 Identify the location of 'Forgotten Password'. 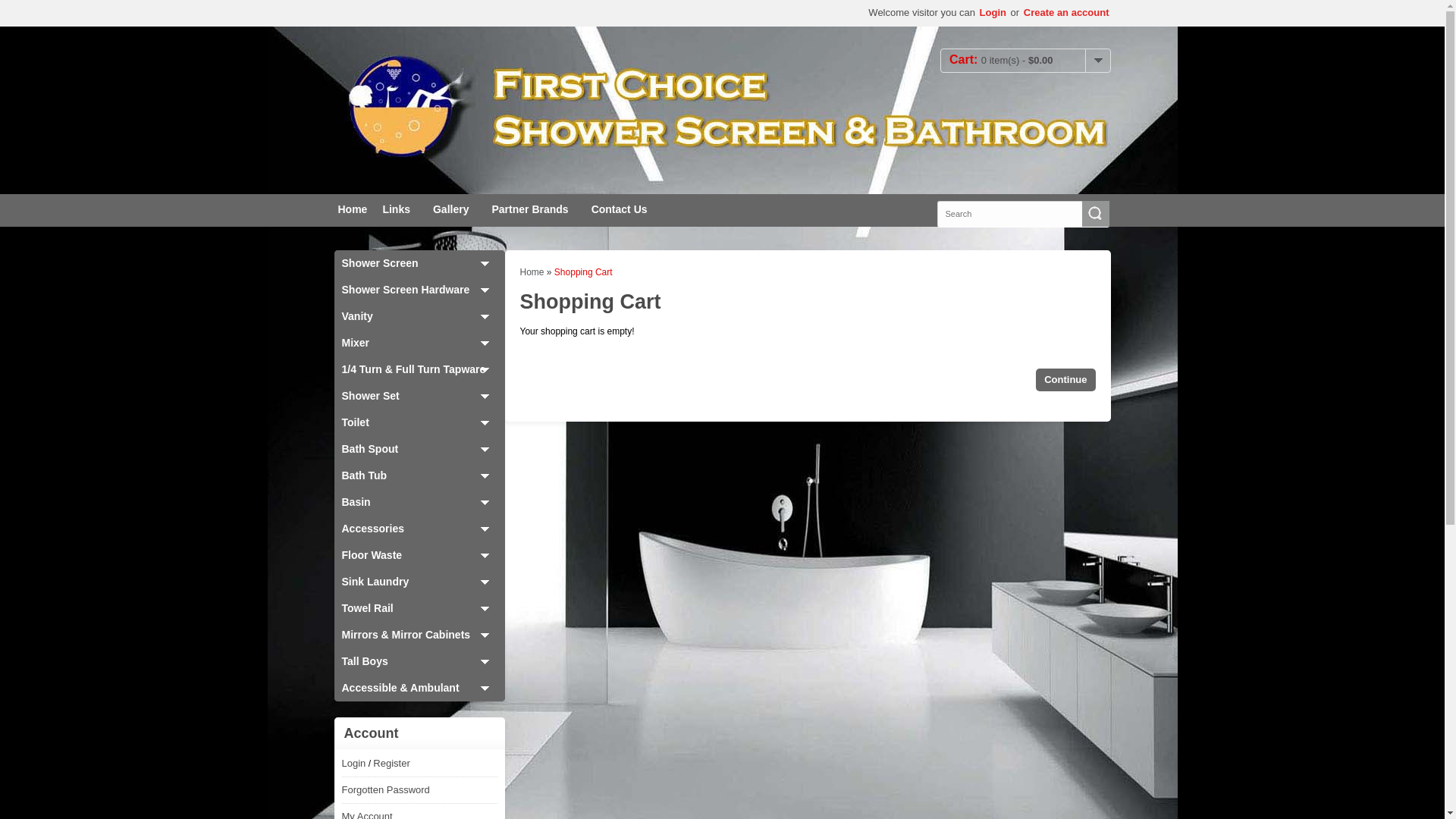
(385, 789).